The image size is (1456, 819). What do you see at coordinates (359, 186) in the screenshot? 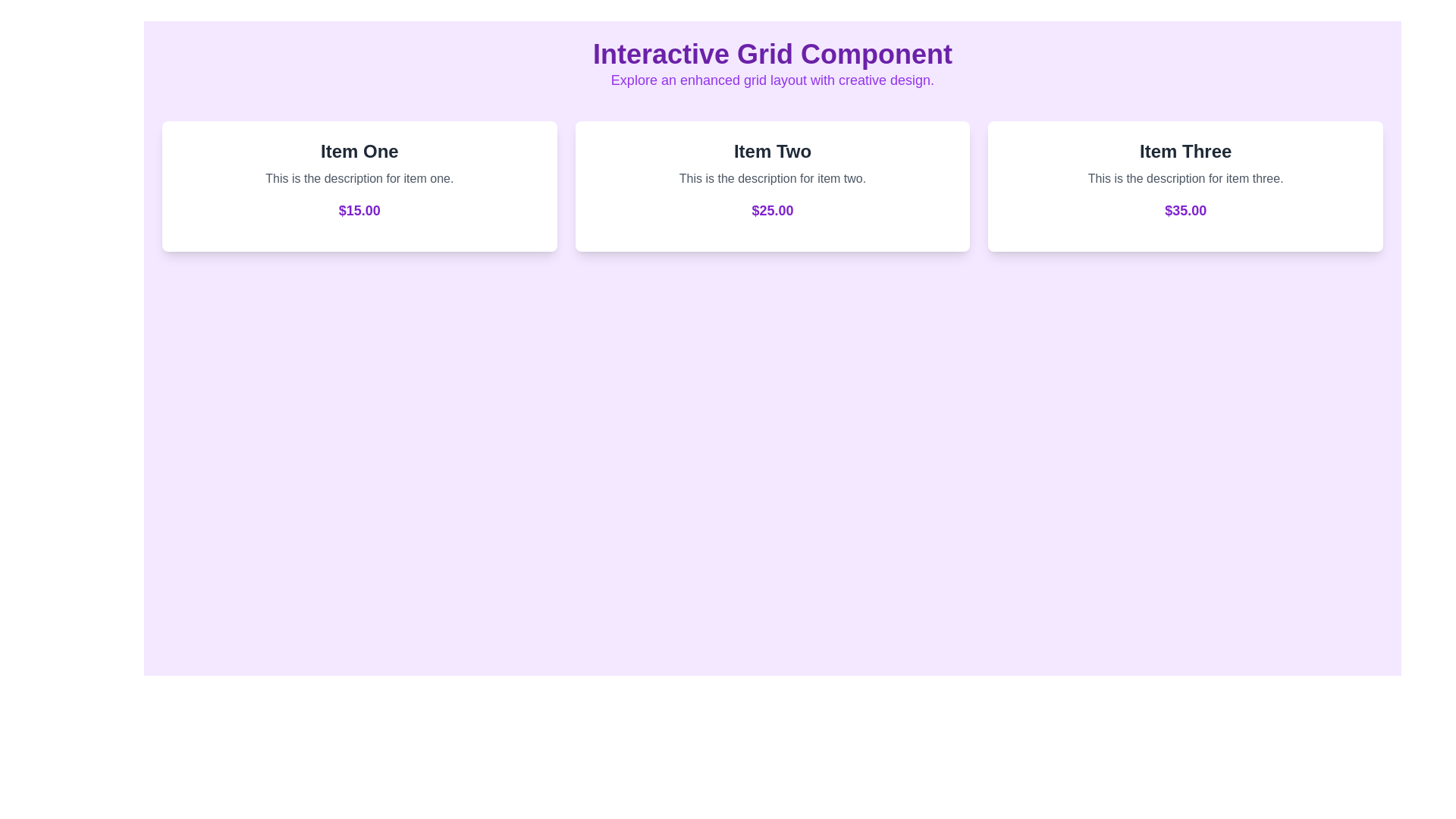
I see `text label displaying 'This is the description for item one.' located beneath the title 'Item One' in the leftmost card section` at bounding box center [359, 186].